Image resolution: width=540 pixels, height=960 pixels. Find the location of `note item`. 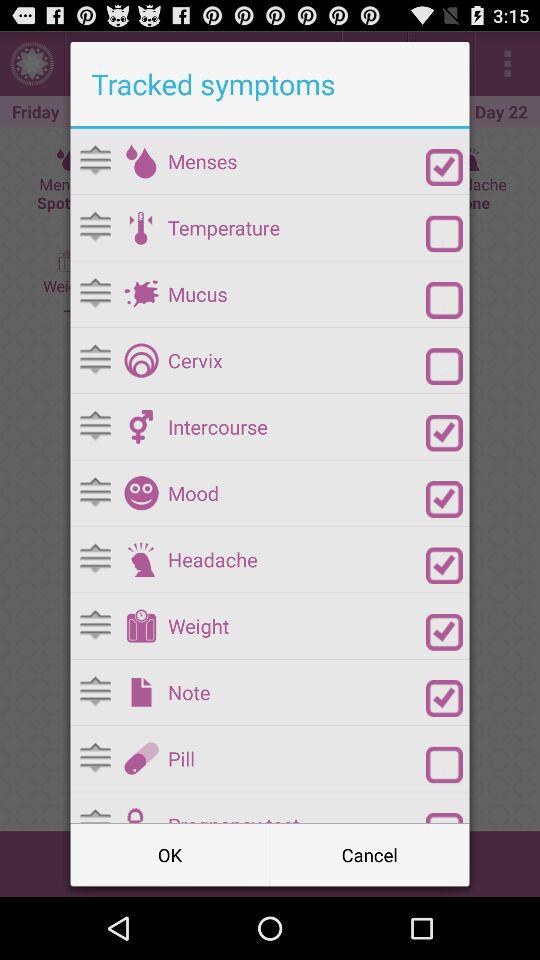

note item is located at coordinates (296, 692).